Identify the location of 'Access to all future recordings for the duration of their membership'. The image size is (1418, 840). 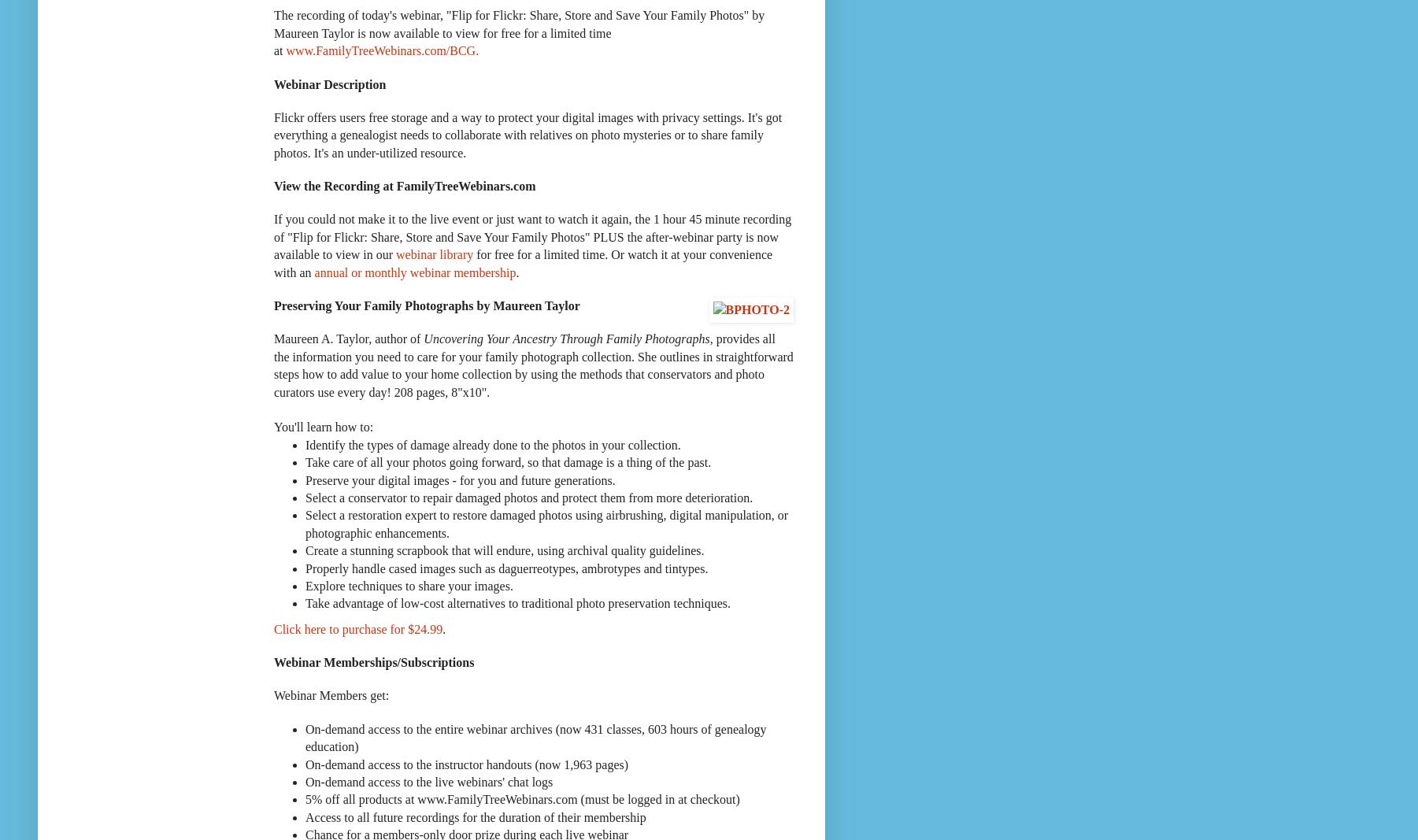
(475, 816).